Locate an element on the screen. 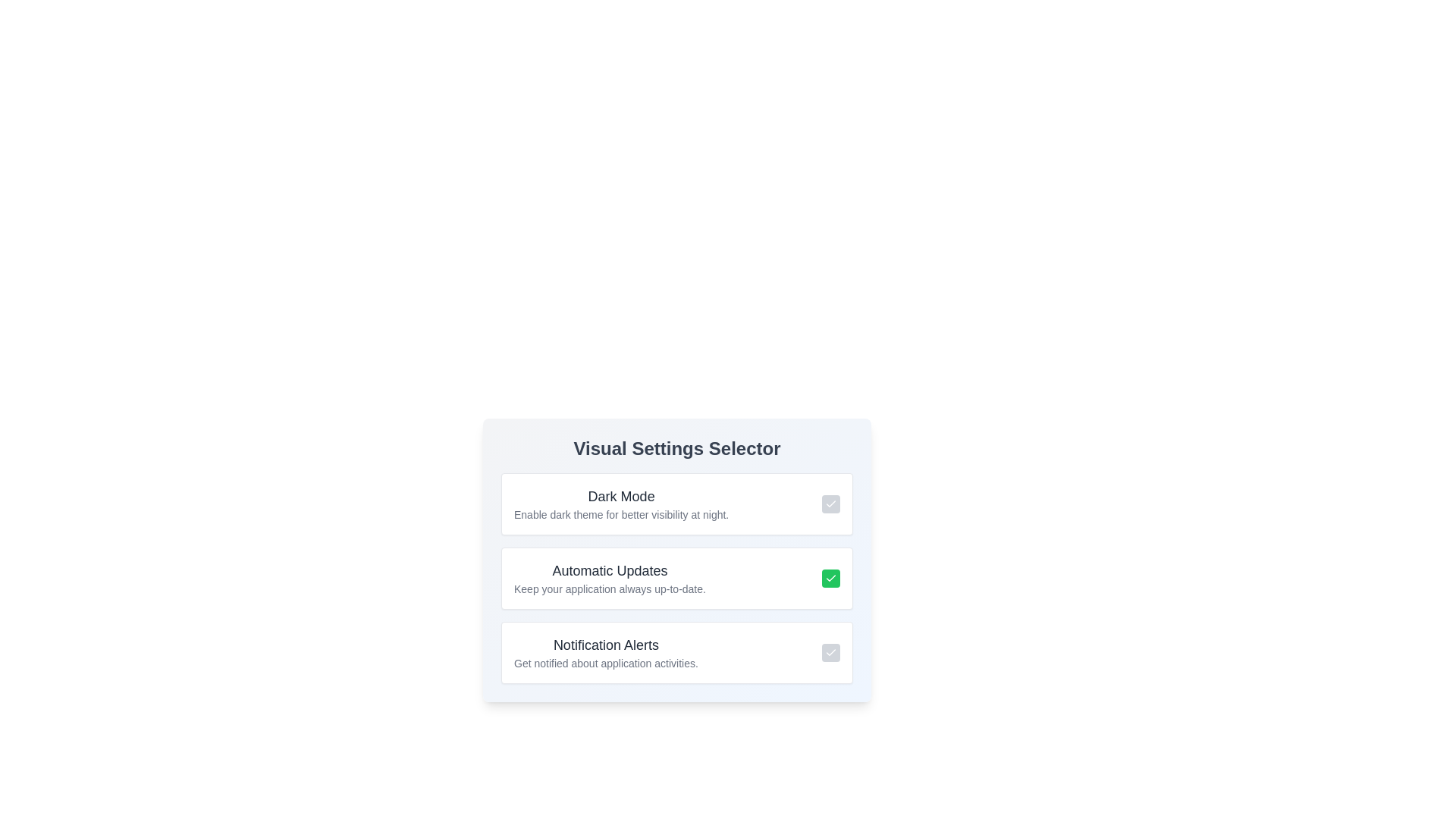 This screenshot has width=1456, height=819. the green circular icon with a white checkmark at its center, located is located at coordinates (830, 579).